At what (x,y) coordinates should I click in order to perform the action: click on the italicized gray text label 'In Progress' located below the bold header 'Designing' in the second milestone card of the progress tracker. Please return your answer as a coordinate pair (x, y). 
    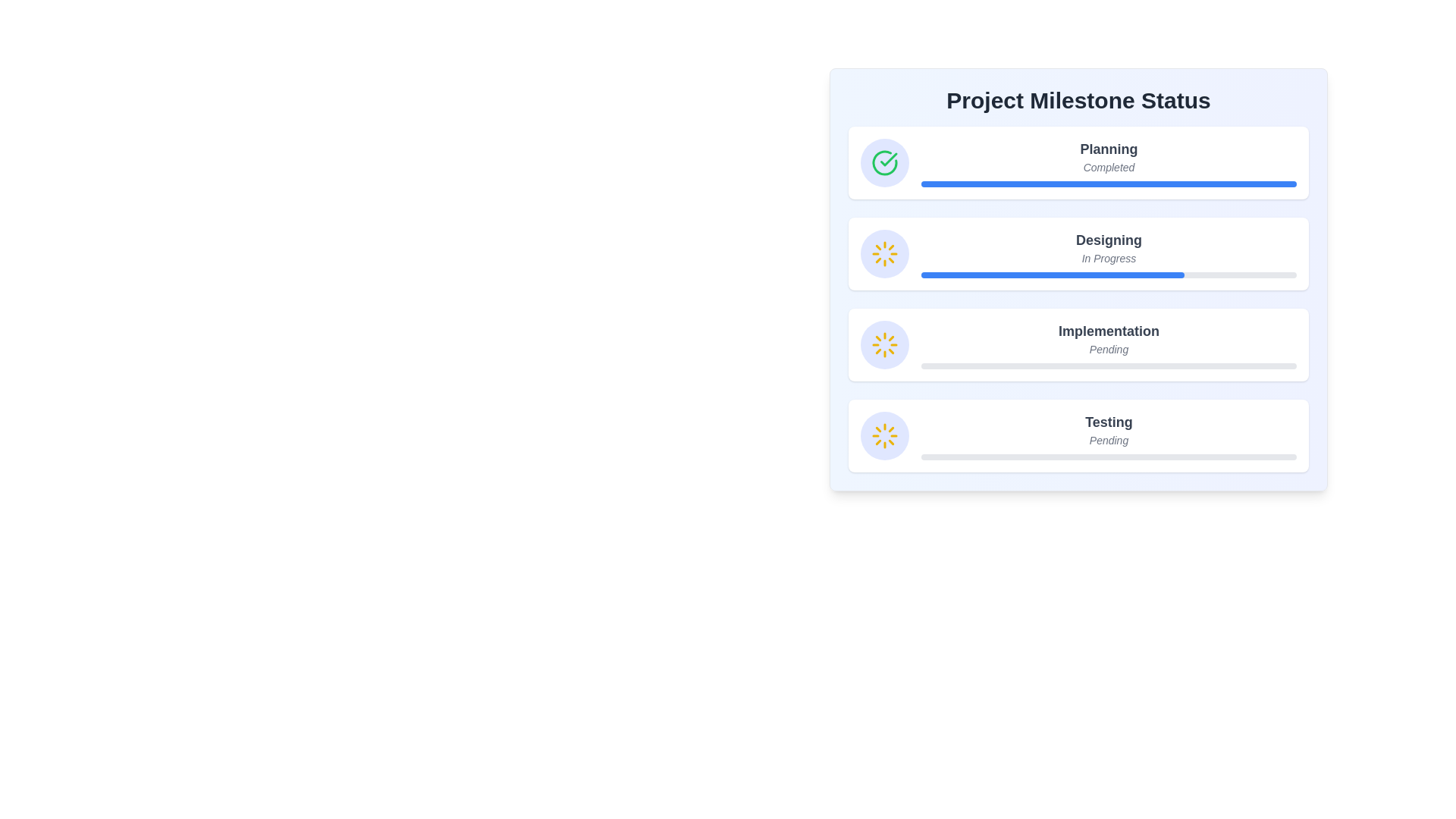
    Looking at the image, I should click on (1109, 257).